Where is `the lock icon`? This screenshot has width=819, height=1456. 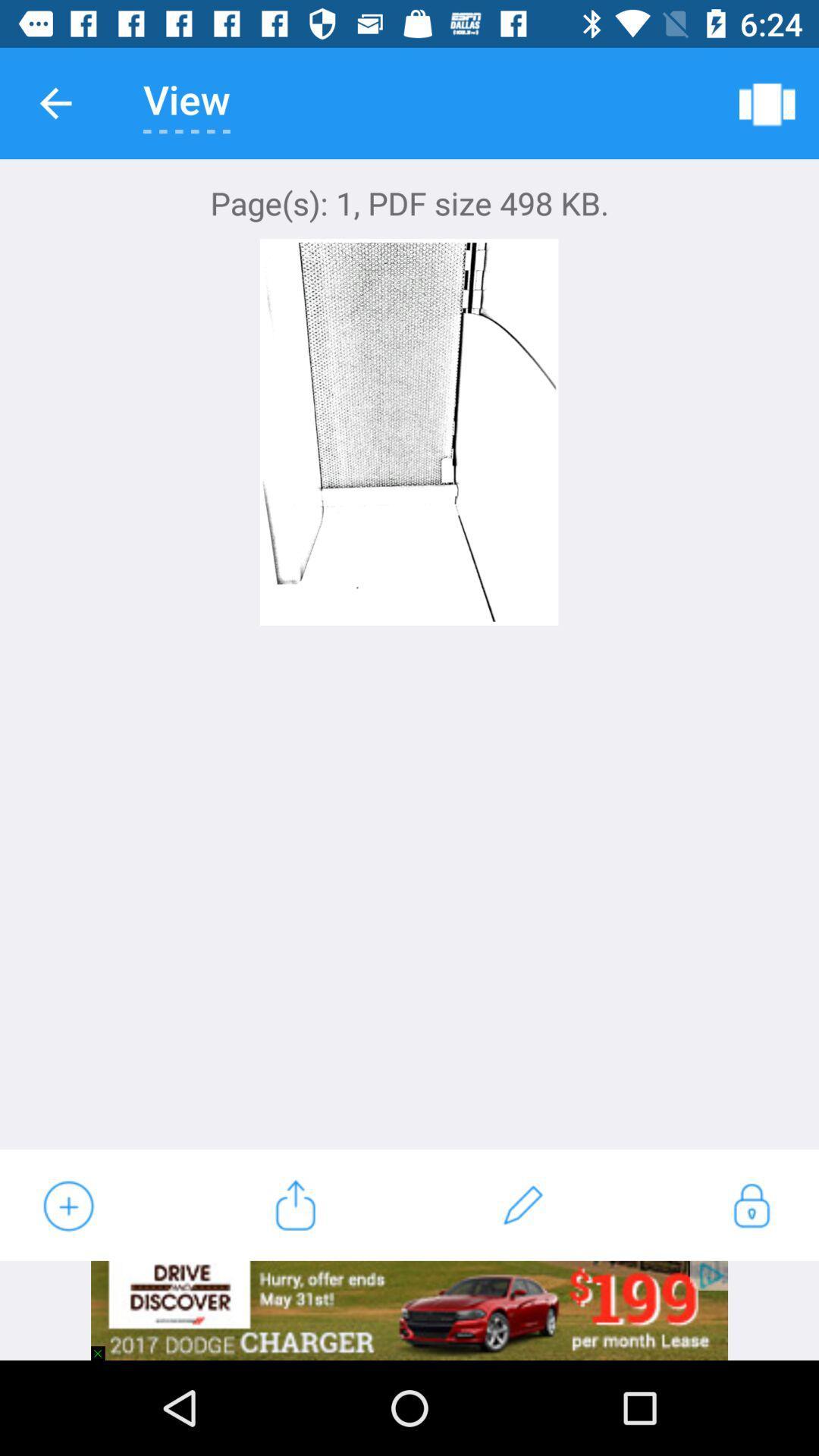
the lock icon is located at coordinates (751, 1204).